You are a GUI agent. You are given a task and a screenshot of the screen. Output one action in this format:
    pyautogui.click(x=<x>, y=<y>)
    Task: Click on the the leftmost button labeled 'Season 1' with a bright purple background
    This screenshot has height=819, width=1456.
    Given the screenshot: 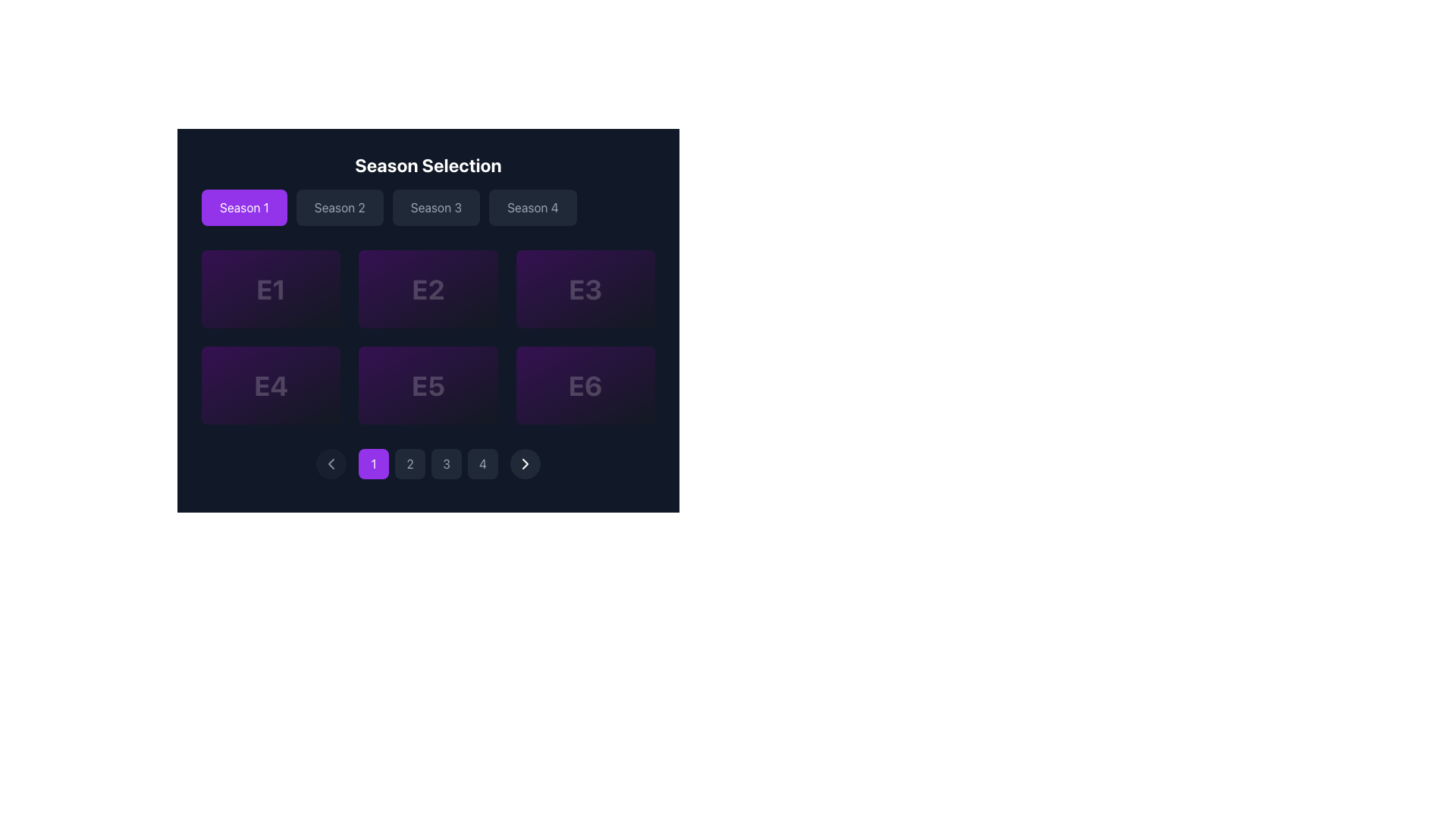 What is the action you would take?
    pyautogui.click(x=244, y=207)
    